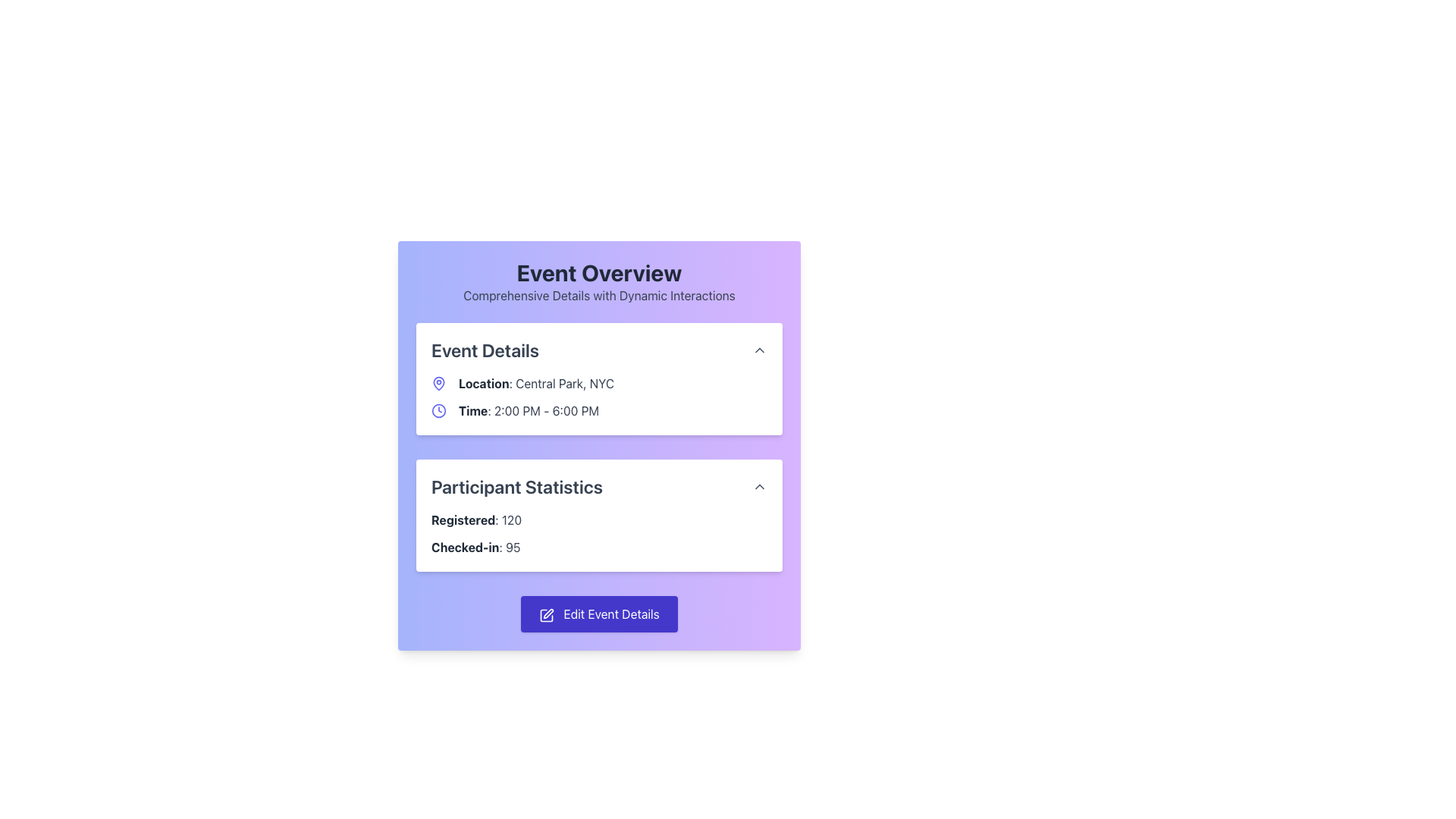 This screenshot has width=1456, height=819. Describe the element at coordinates (760, 350) in the screenshot. I see `the toggle button in the top-right corner of the 'Event Details' card` at that location.